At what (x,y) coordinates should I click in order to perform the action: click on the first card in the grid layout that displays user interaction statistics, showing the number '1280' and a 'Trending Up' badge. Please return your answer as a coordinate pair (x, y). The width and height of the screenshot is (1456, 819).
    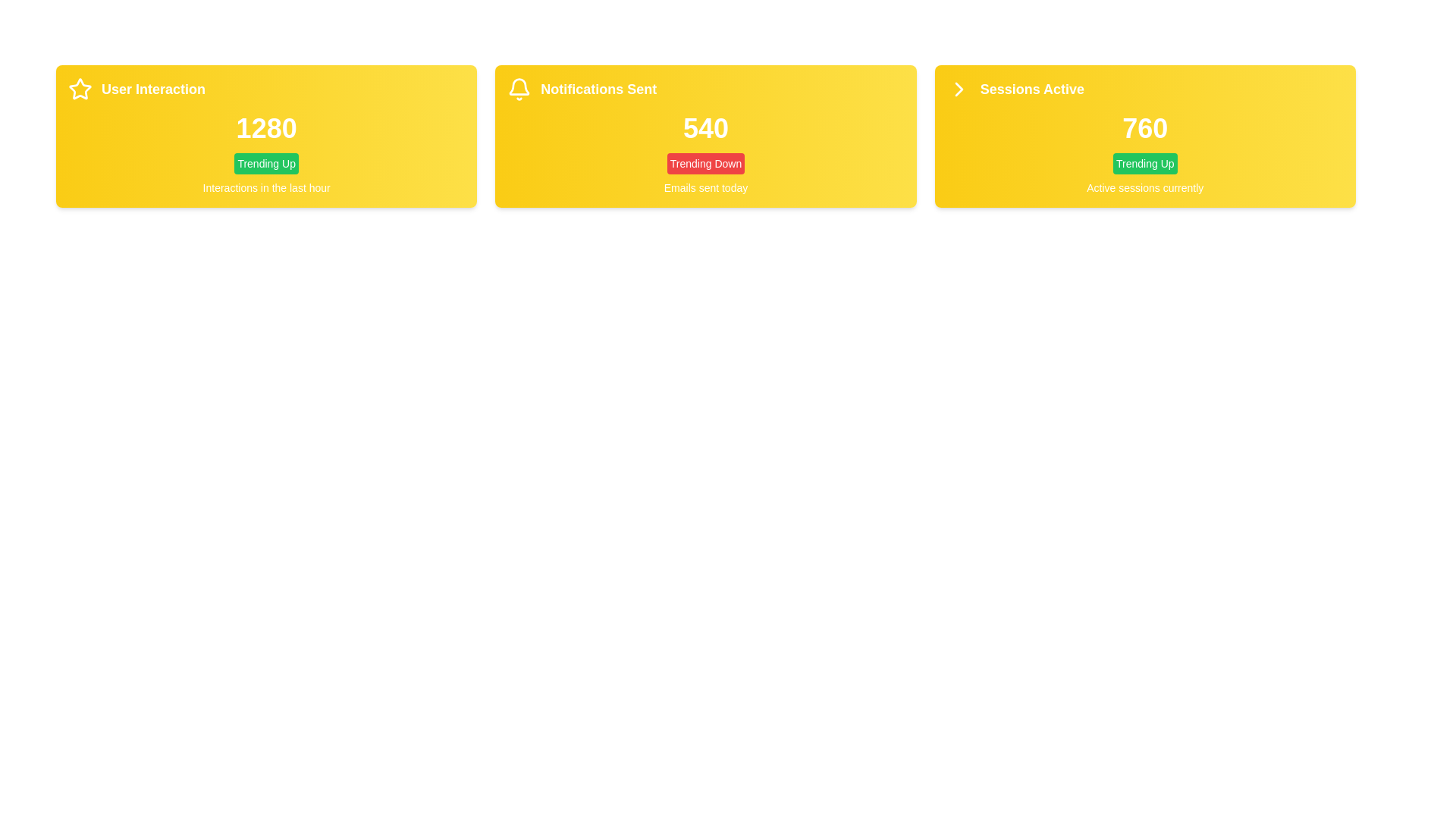
    Looking at the image, I should click on (266, 136).